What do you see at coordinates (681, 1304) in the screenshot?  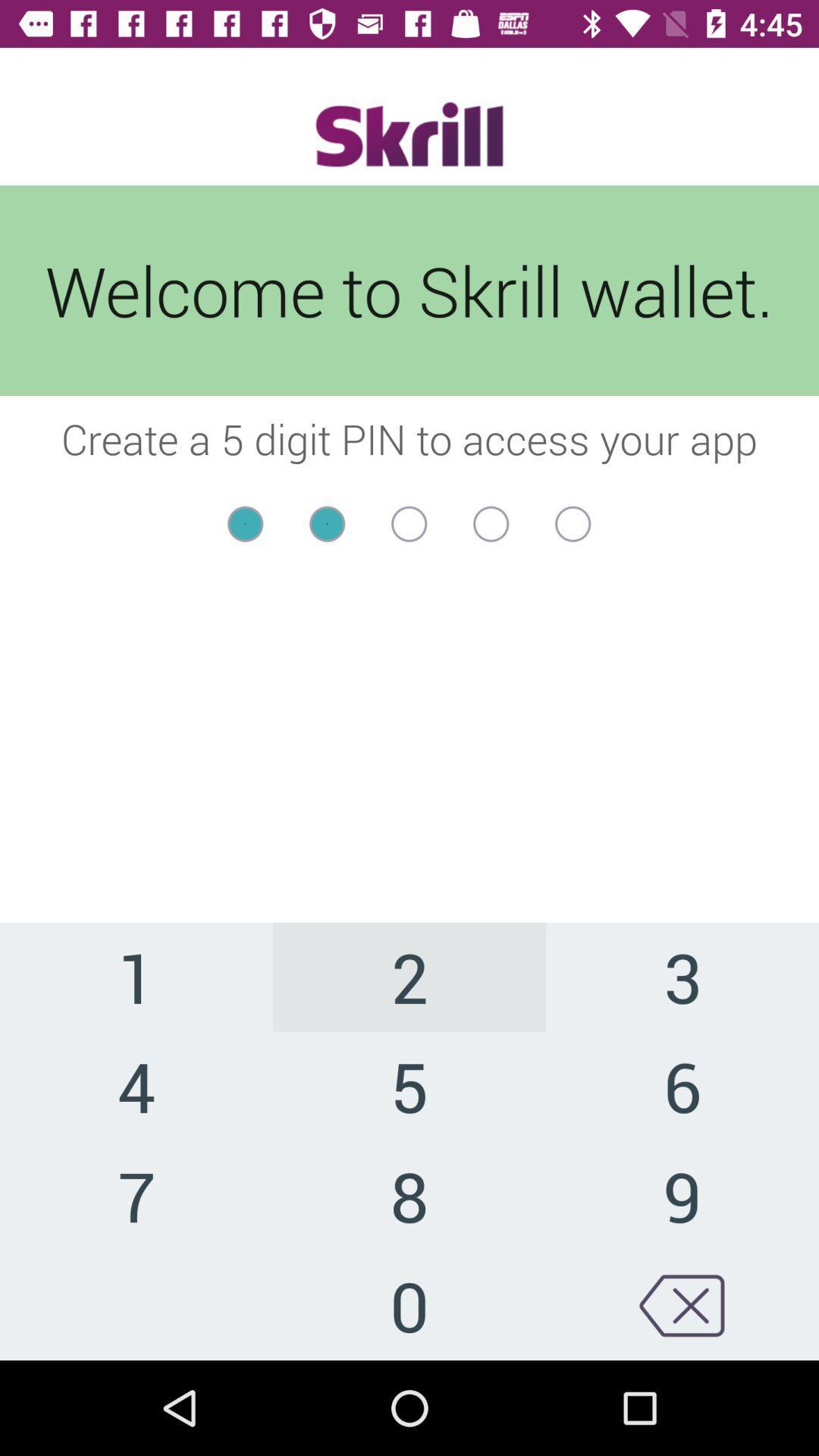 I see `delete the numbers` at bounding box center [681, 1304].